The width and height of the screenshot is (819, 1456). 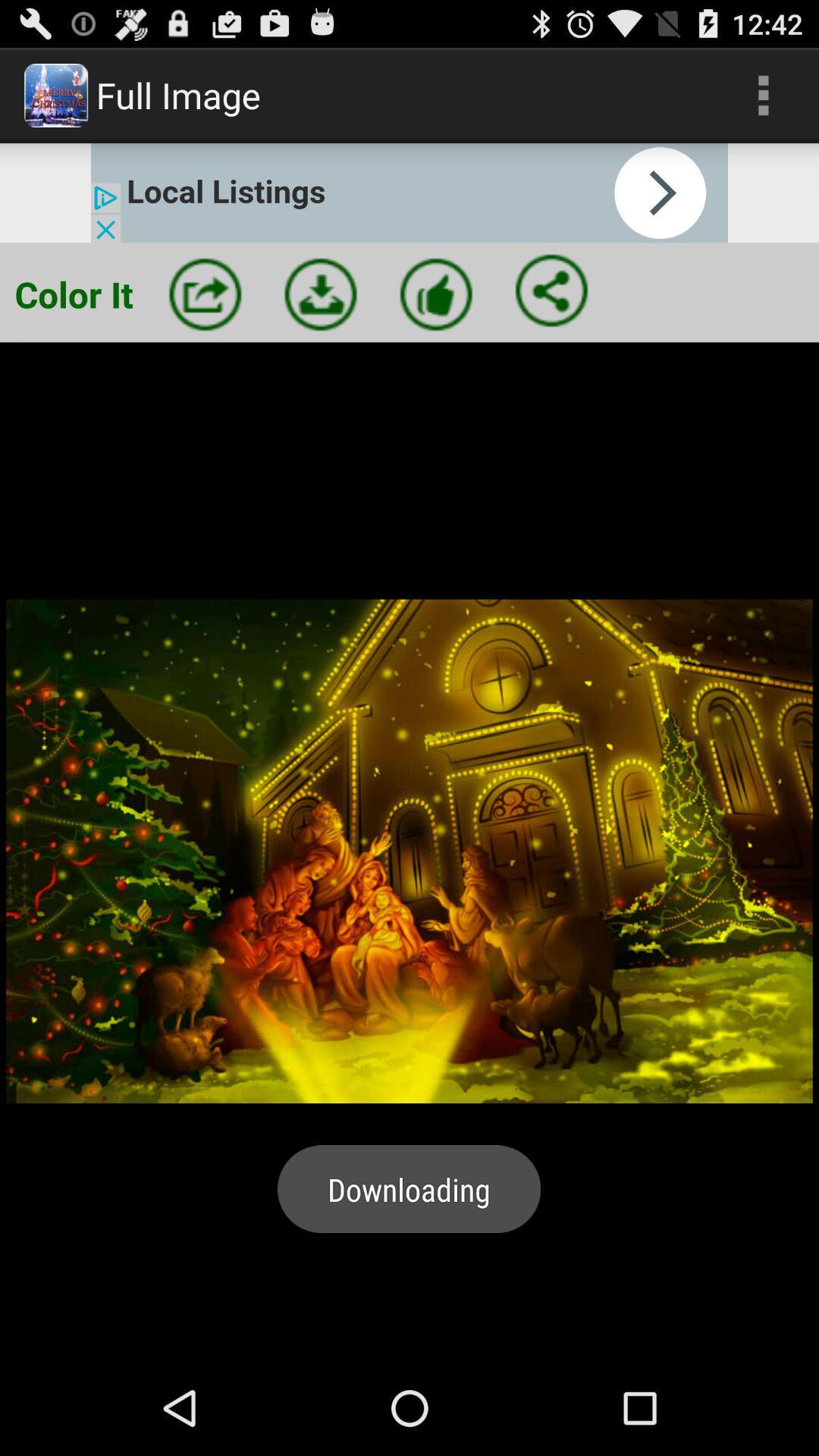 What do you see at coordinates (320, 294) in the screenshot?
I see `download item` at bounding box center [320, 294].